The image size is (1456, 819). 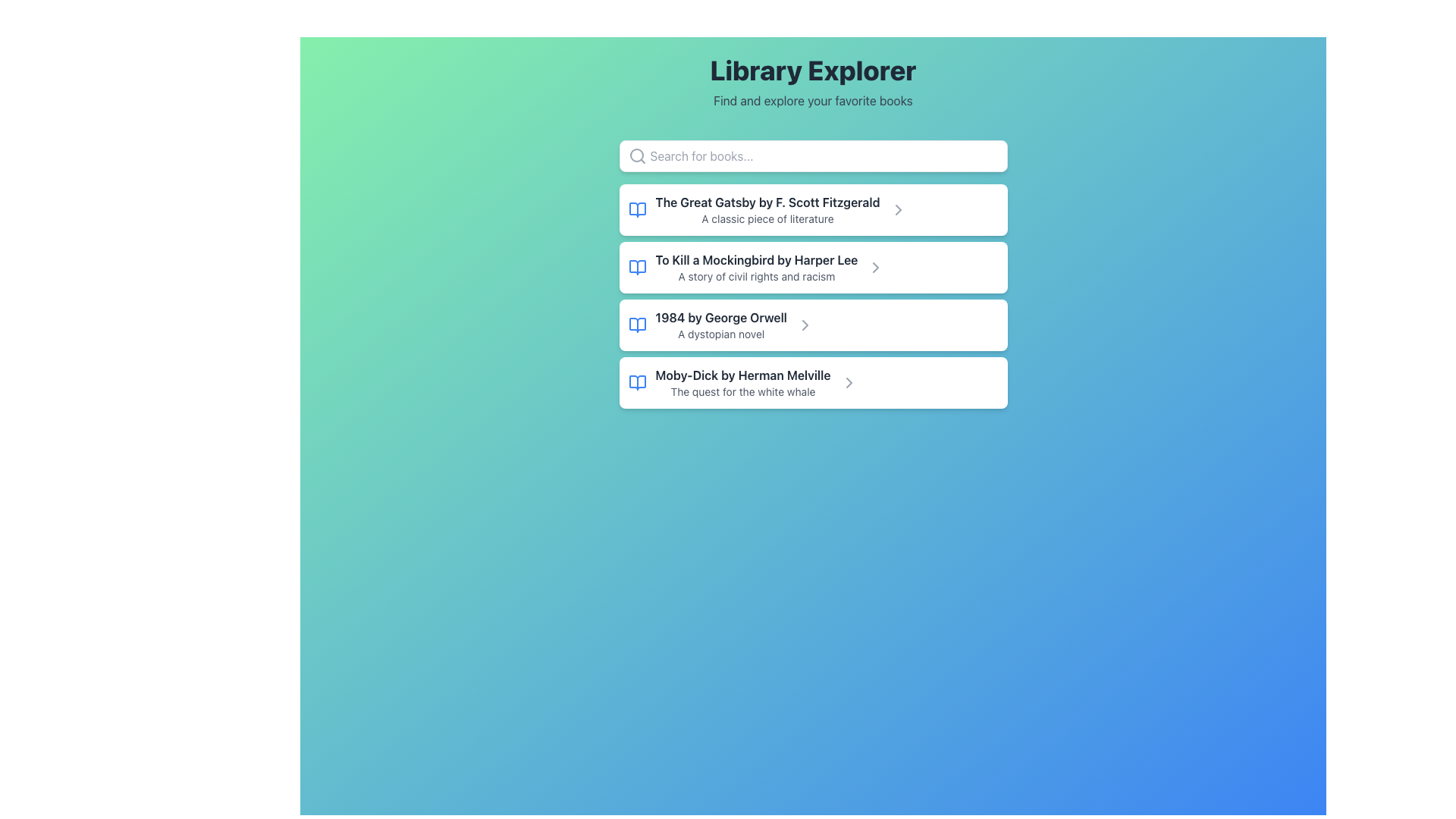 What do you see at coordinates (637, 382) in the screenshot?
I see `the decorative icon representing the book 'Moby-Dick', located at the top-left corner of the card, immediately left of the book's textual details` at bounding box center [637, 382].